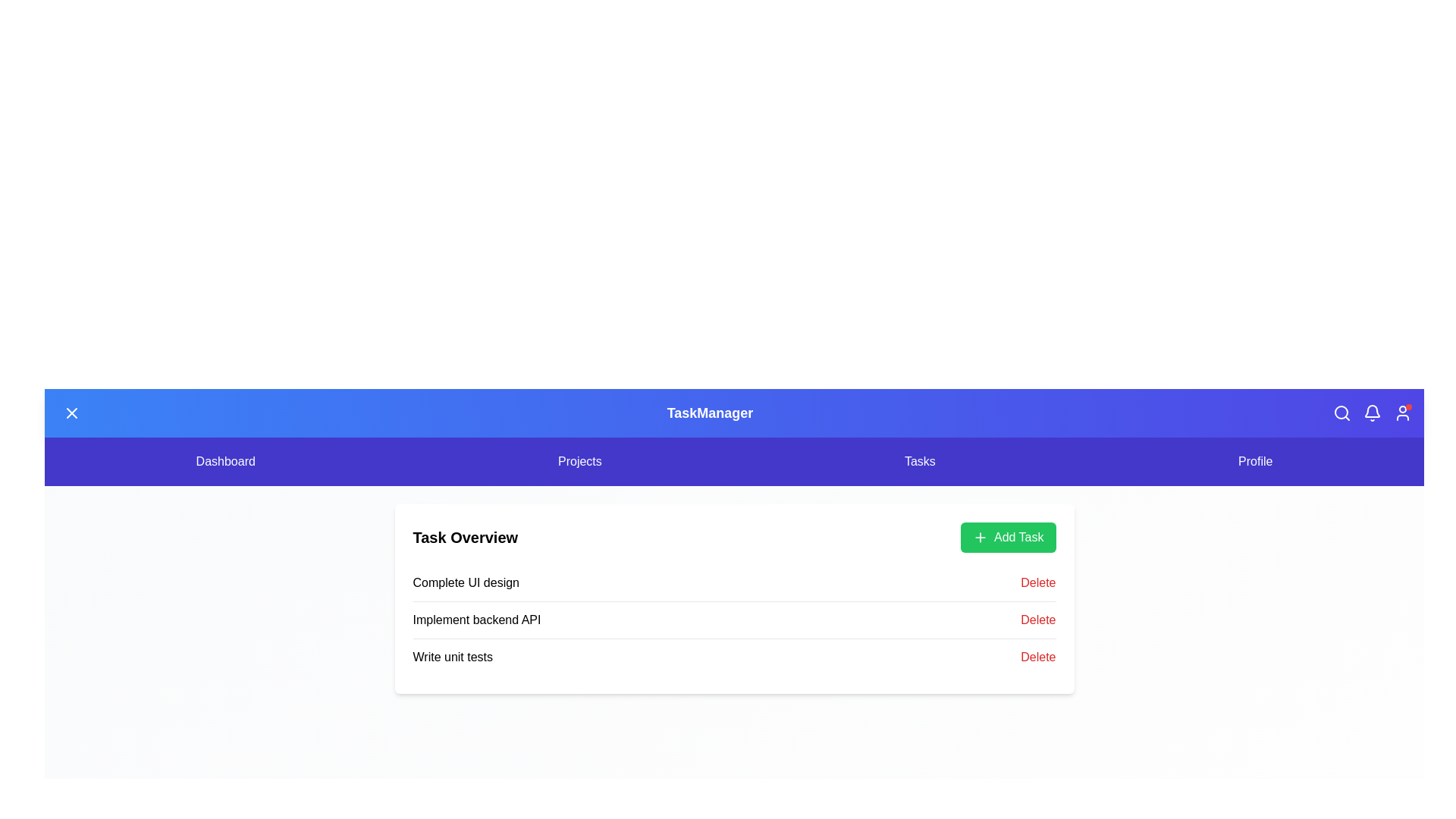 Image resolution: width=1456 pixels, height=819 pixels. I want to click on the delete button for the task Complete UI design, so click(1037, 582).